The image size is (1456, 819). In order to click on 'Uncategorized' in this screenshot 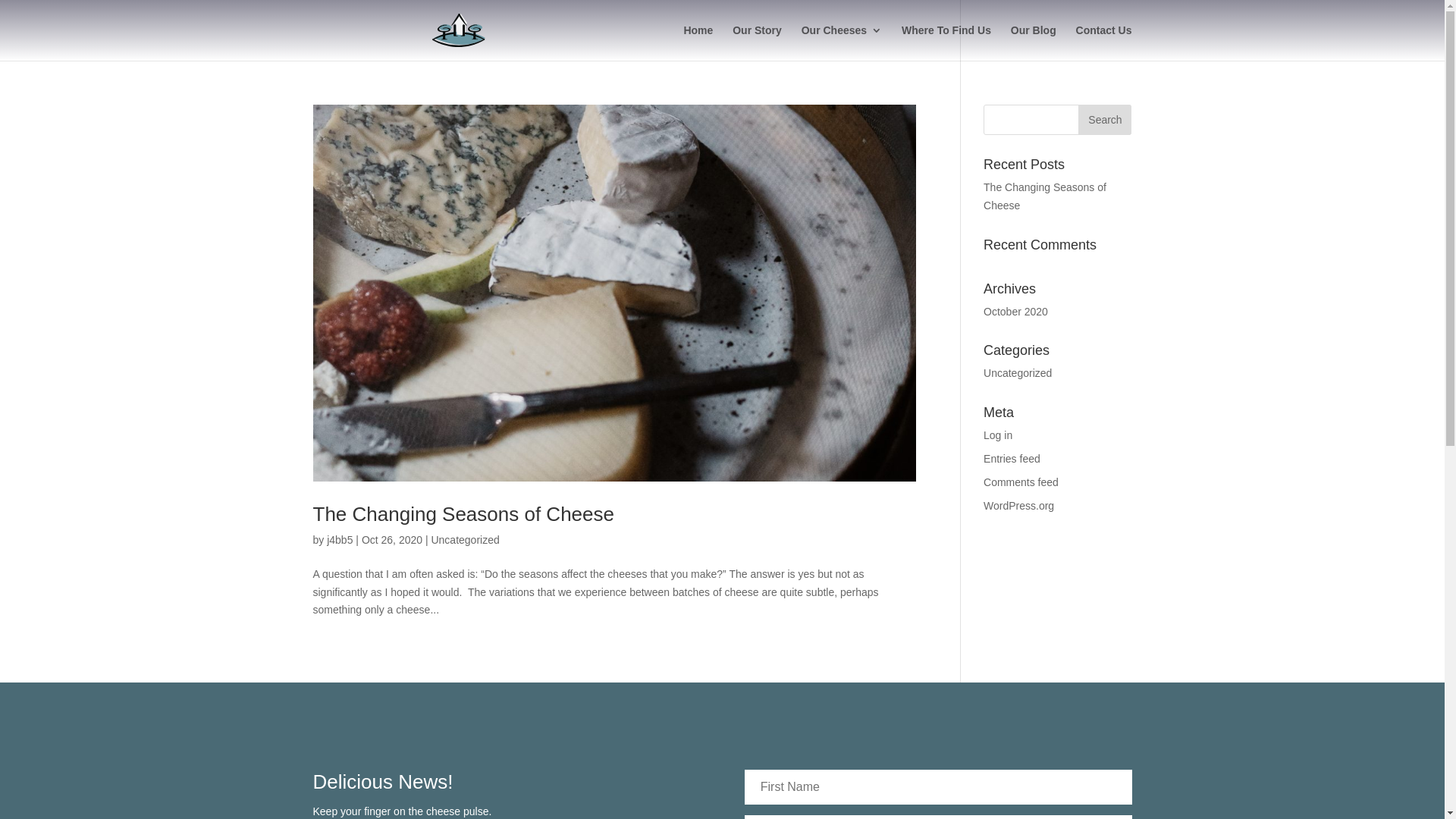, I will do `click(464, 539)`.